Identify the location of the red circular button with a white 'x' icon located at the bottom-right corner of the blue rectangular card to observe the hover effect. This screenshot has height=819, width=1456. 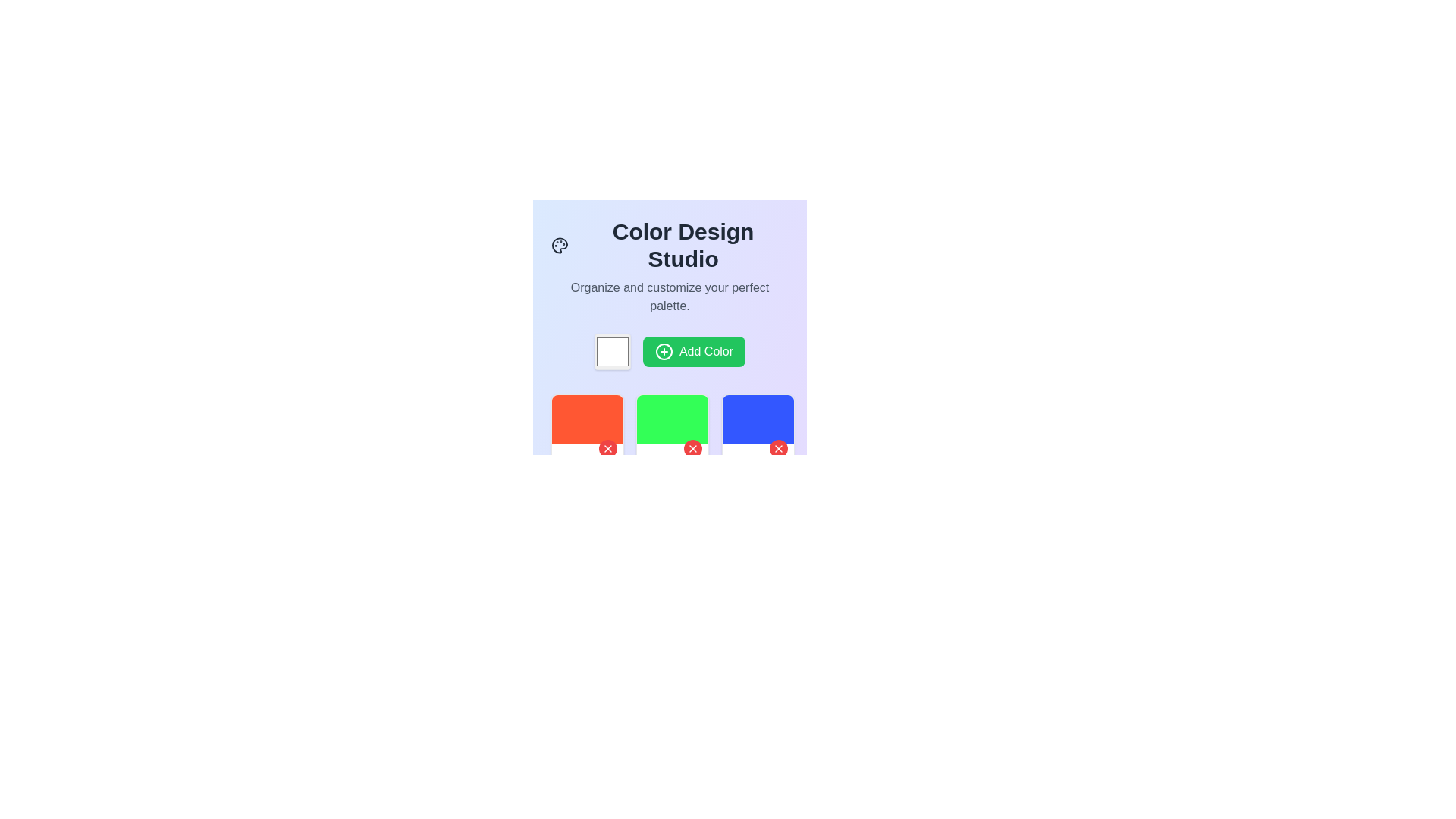
(778, 449).